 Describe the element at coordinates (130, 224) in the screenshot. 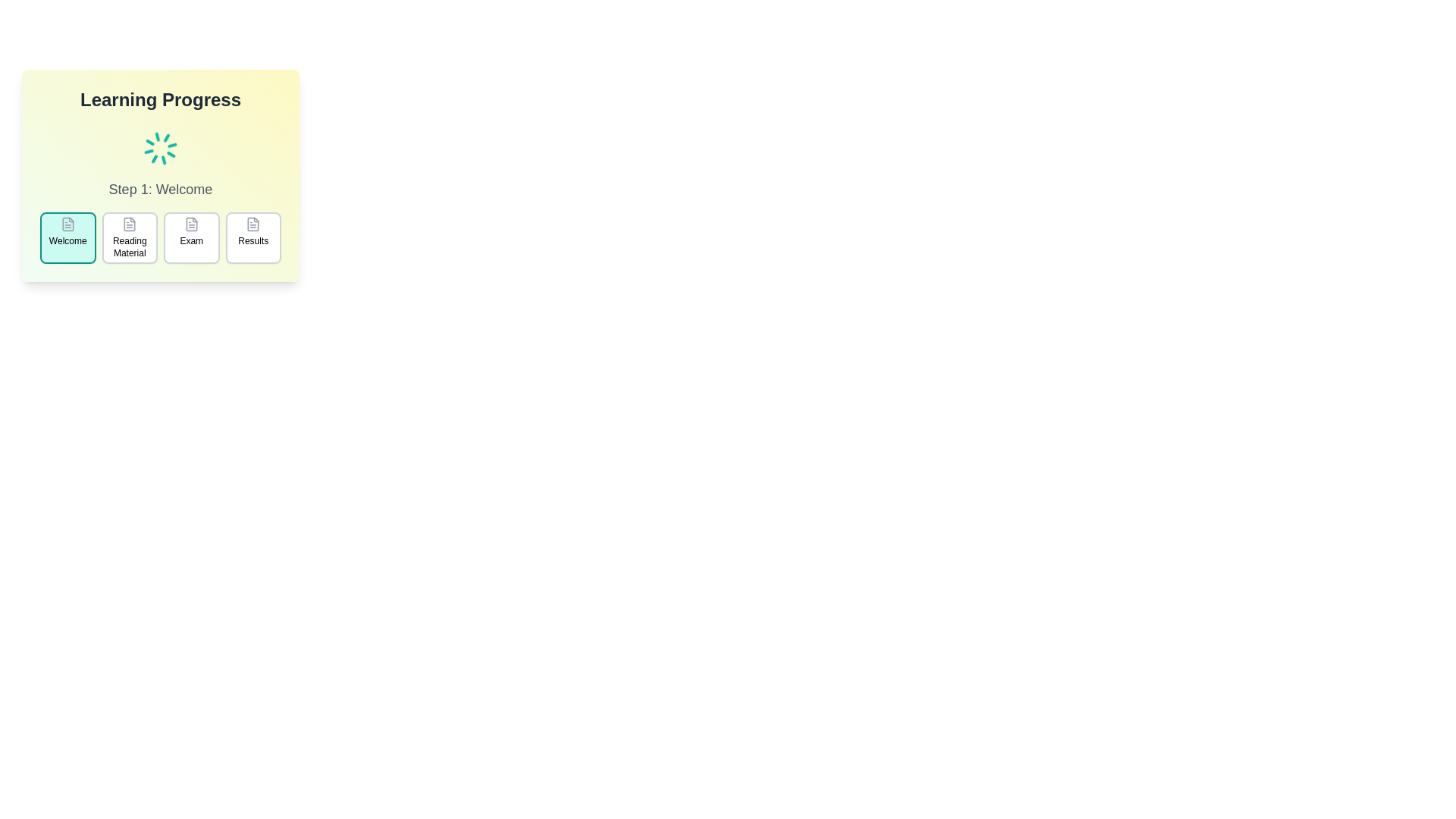

I see `the document icon, which is a gray rectangular shape with a folded corner and text lines, located above the 'Reading Material' label` at that location.